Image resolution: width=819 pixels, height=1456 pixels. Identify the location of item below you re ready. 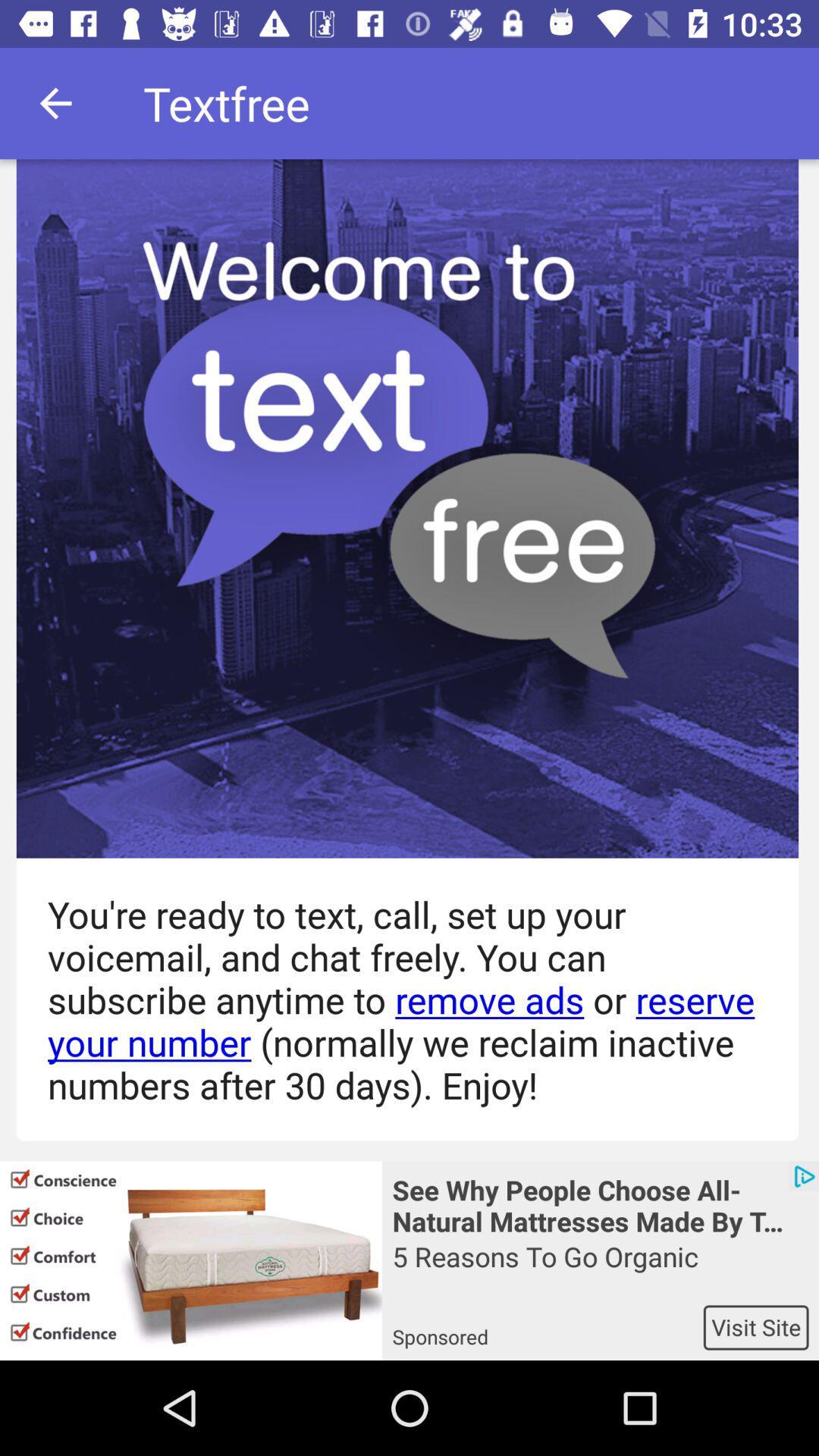
(599, 1203).